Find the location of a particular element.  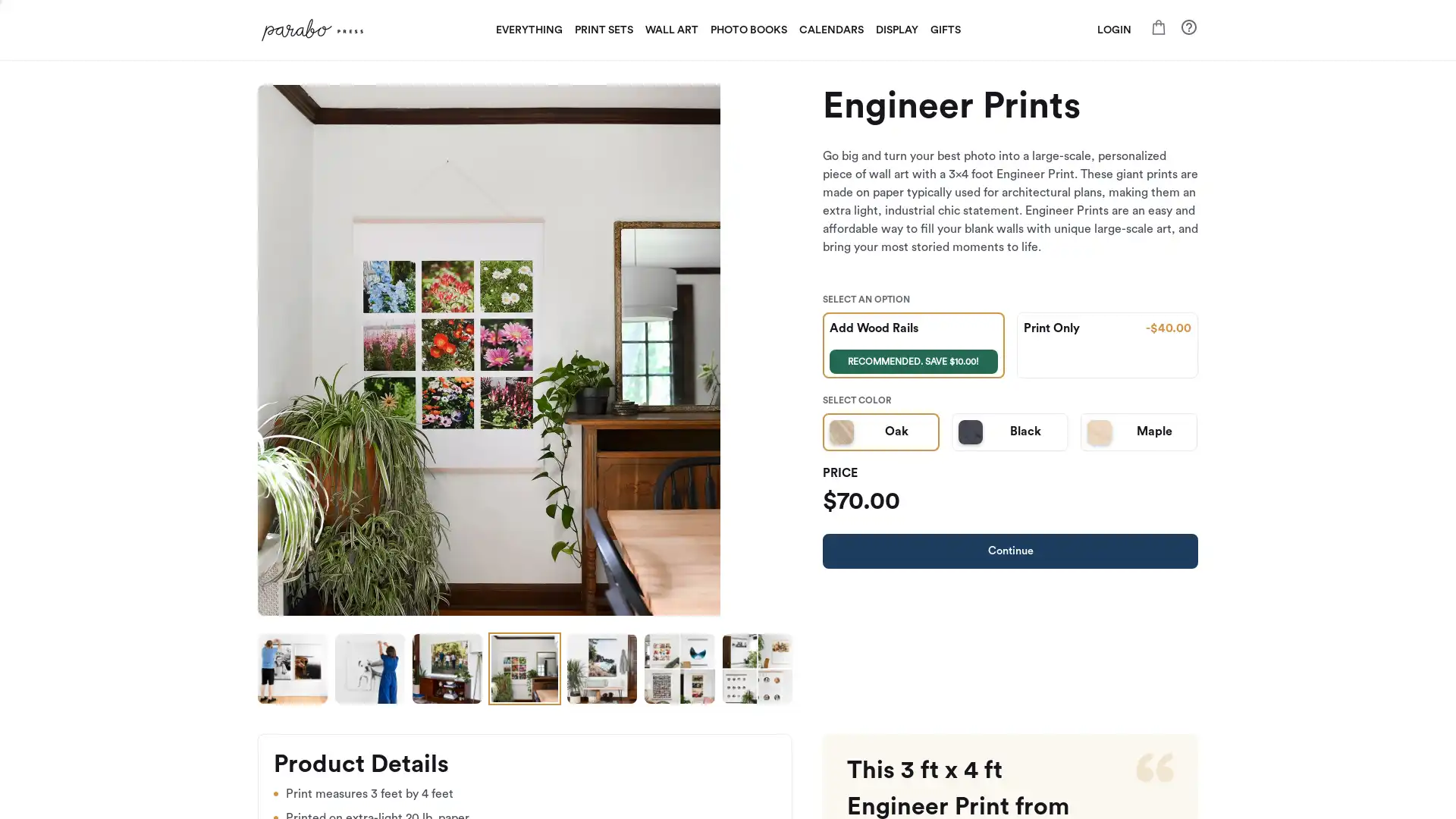

Continue is located at coordinates (1010, 551).